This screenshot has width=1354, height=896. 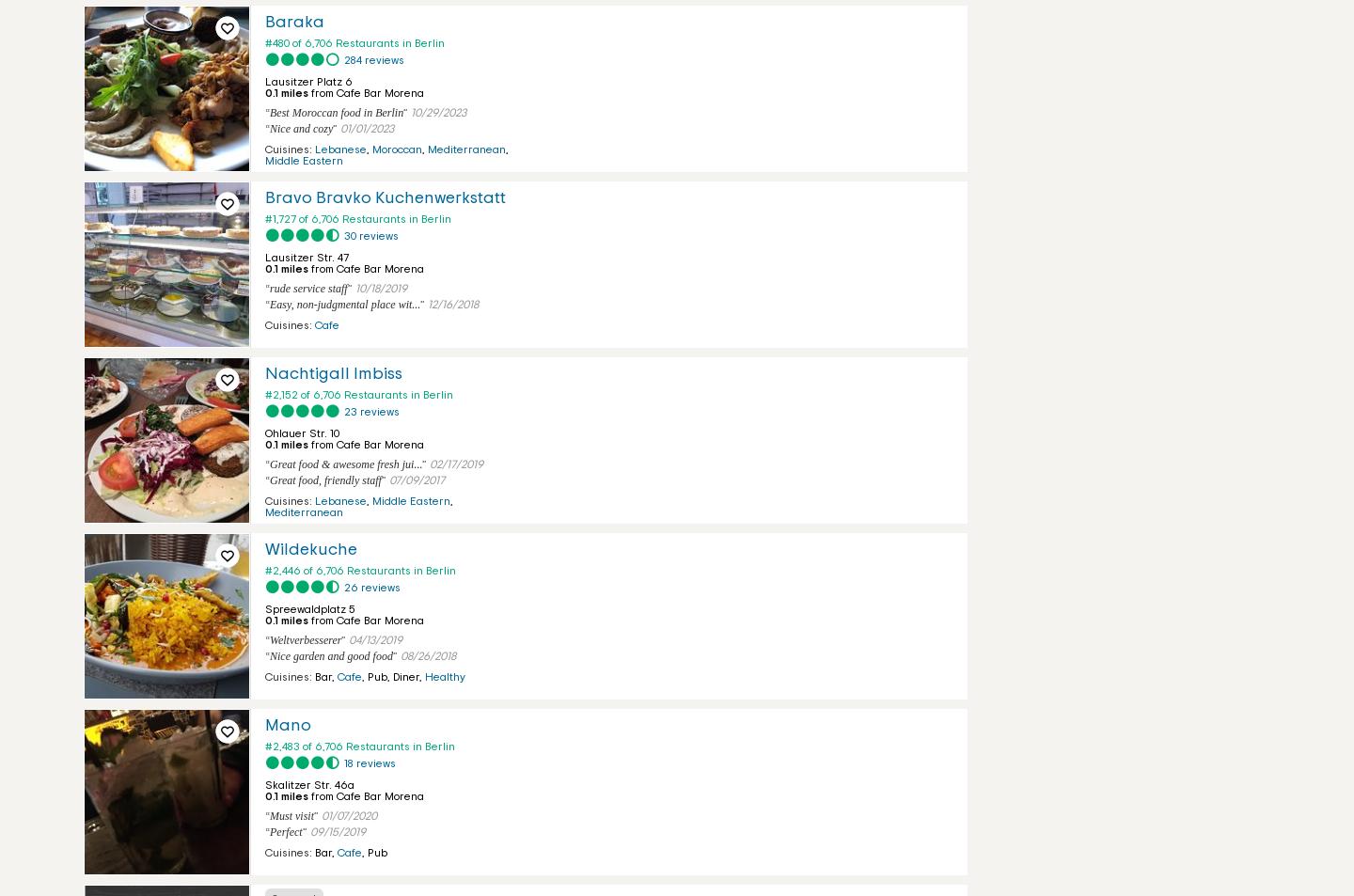 I want to click on 'Best Moroccan food in Berlin', so click(x=336, y=111).